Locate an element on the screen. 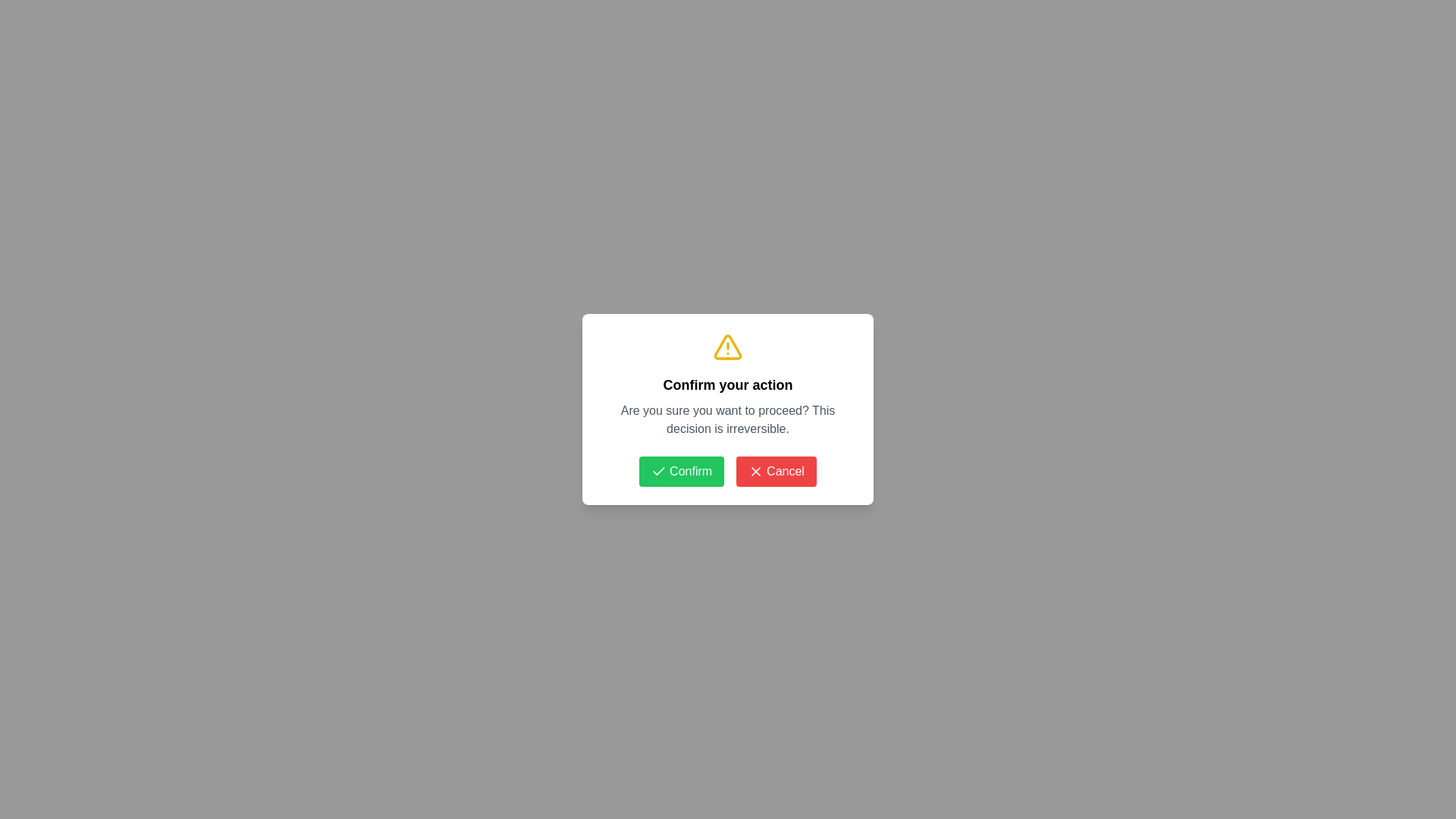  the red rectangular button labeled 'Cancel' is located at coordinates (776, 470).